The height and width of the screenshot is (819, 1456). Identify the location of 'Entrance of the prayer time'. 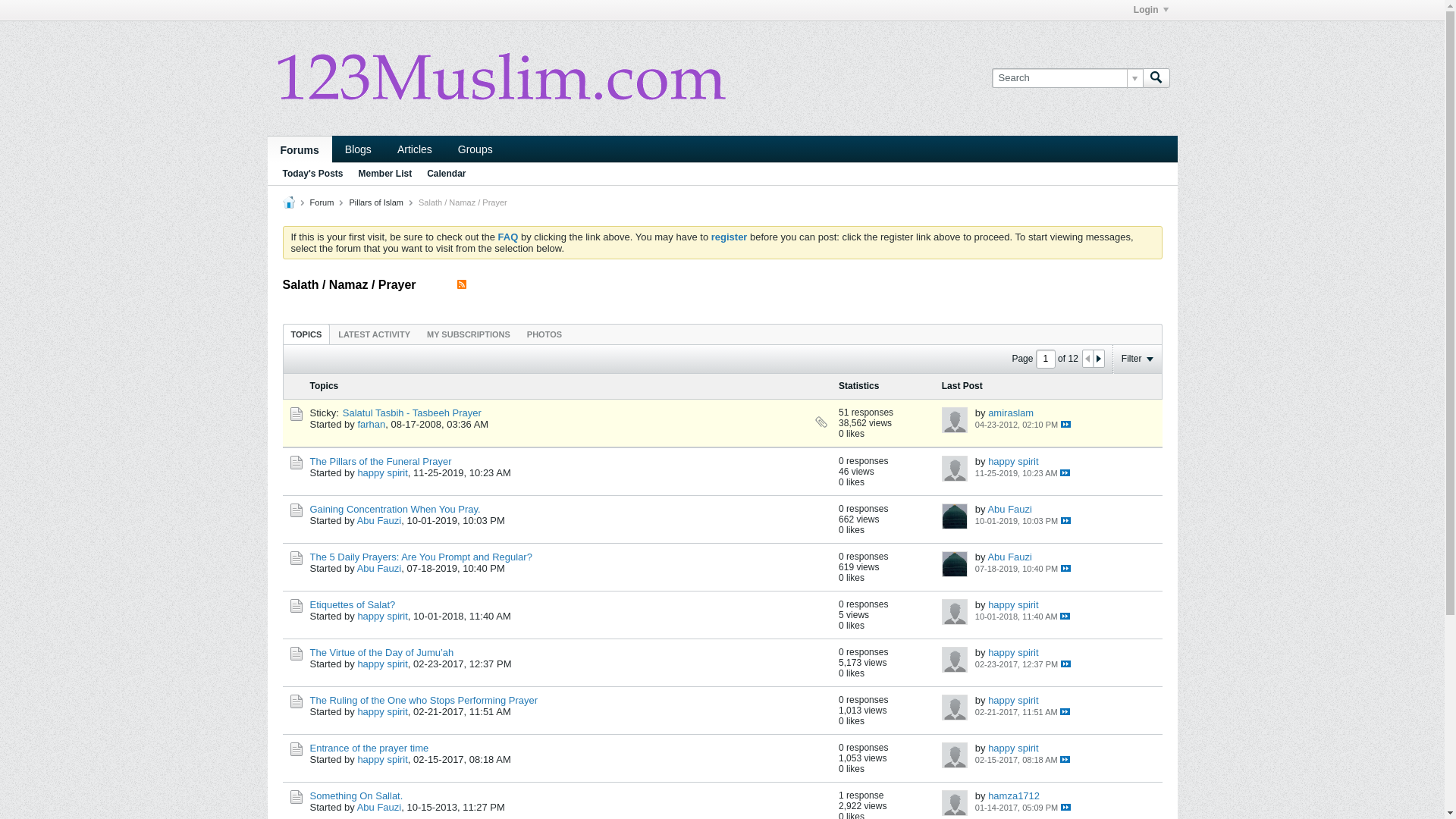
(369, 747).